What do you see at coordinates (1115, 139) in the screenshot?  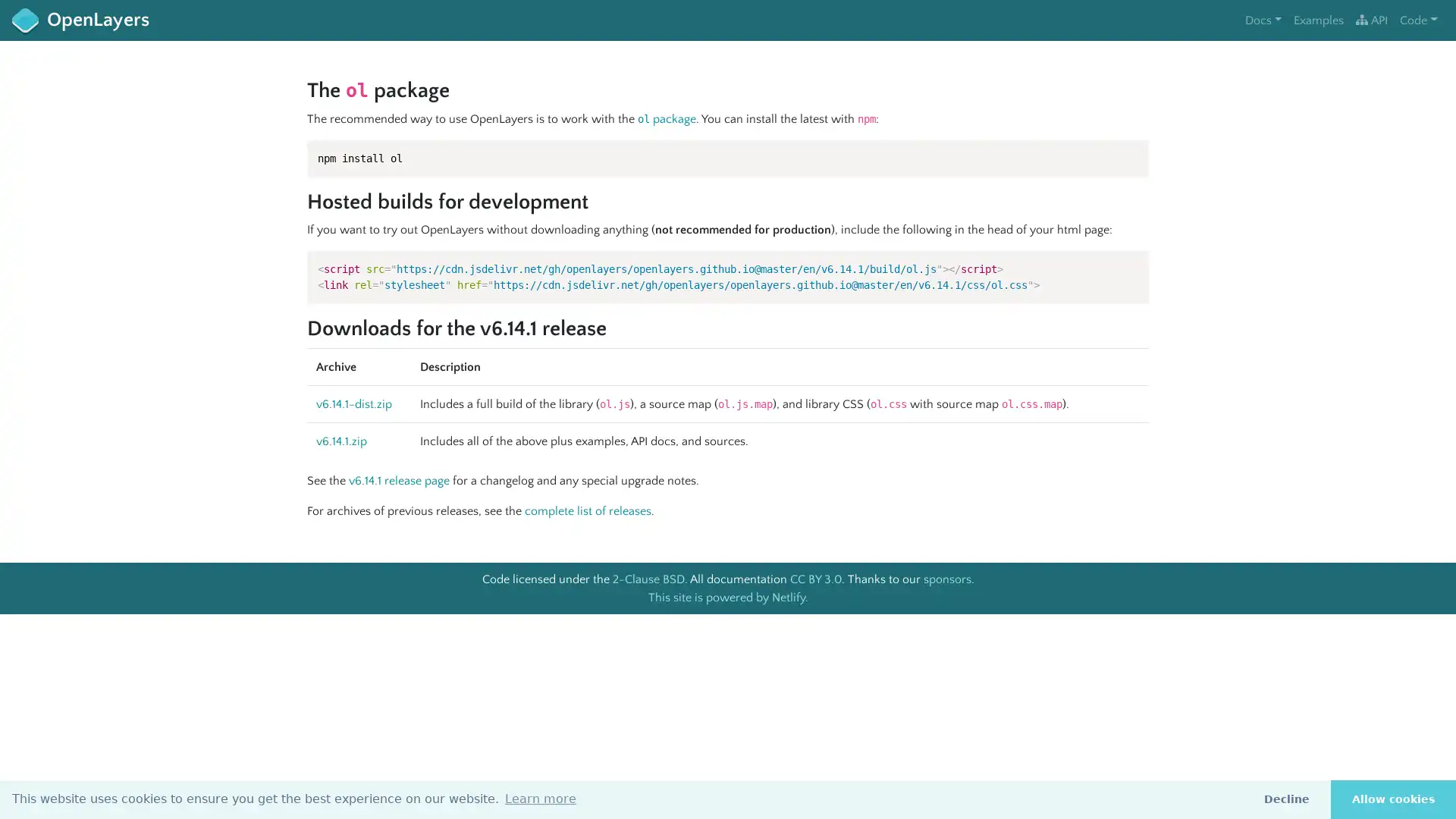 I see `Copy` at bounding box center [1115, 139].